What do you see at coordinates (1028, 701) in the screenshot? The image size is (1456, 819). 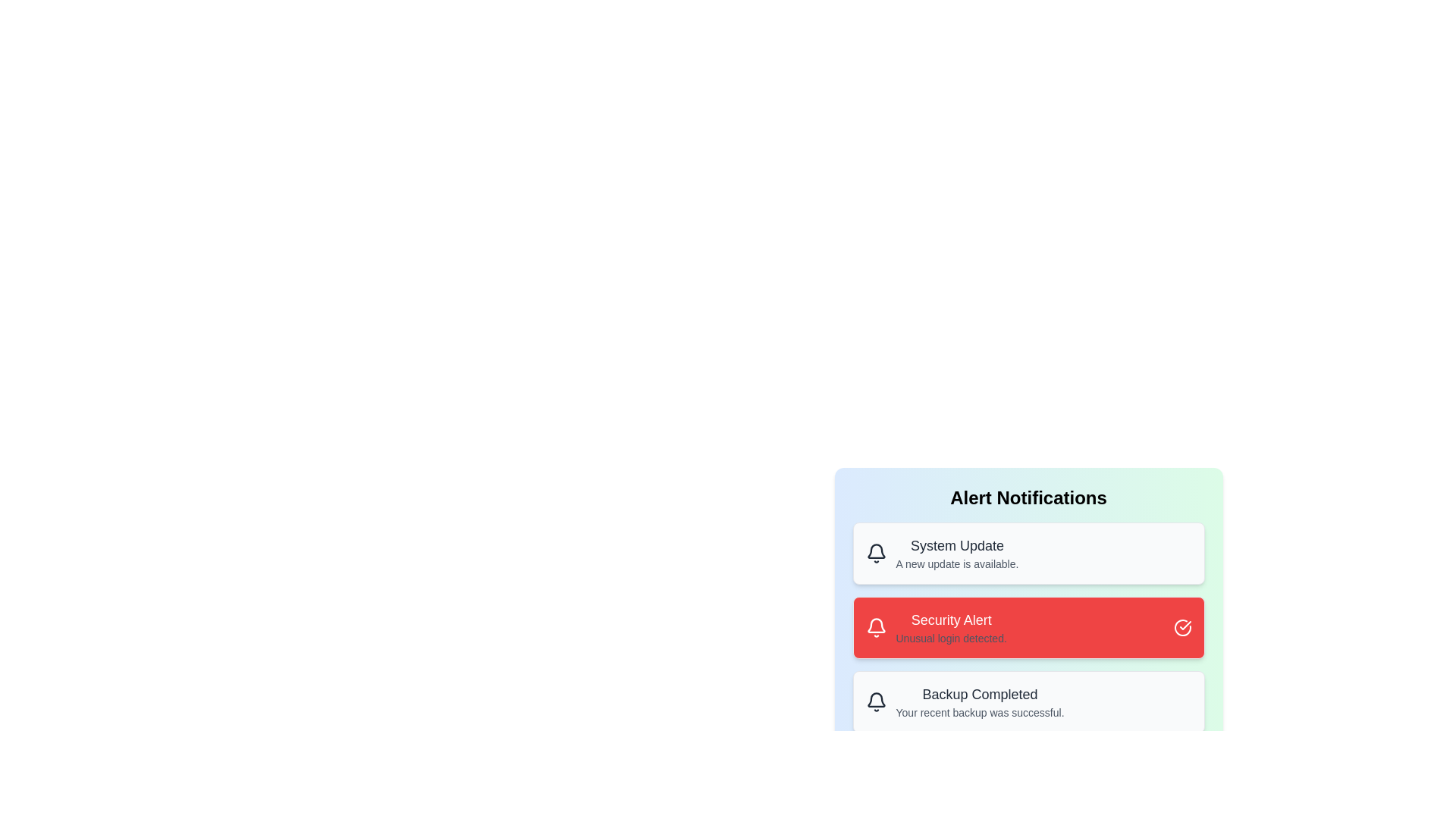 I see `the alert with title 'Backup Completed'` at bounding box center [1028, 701].